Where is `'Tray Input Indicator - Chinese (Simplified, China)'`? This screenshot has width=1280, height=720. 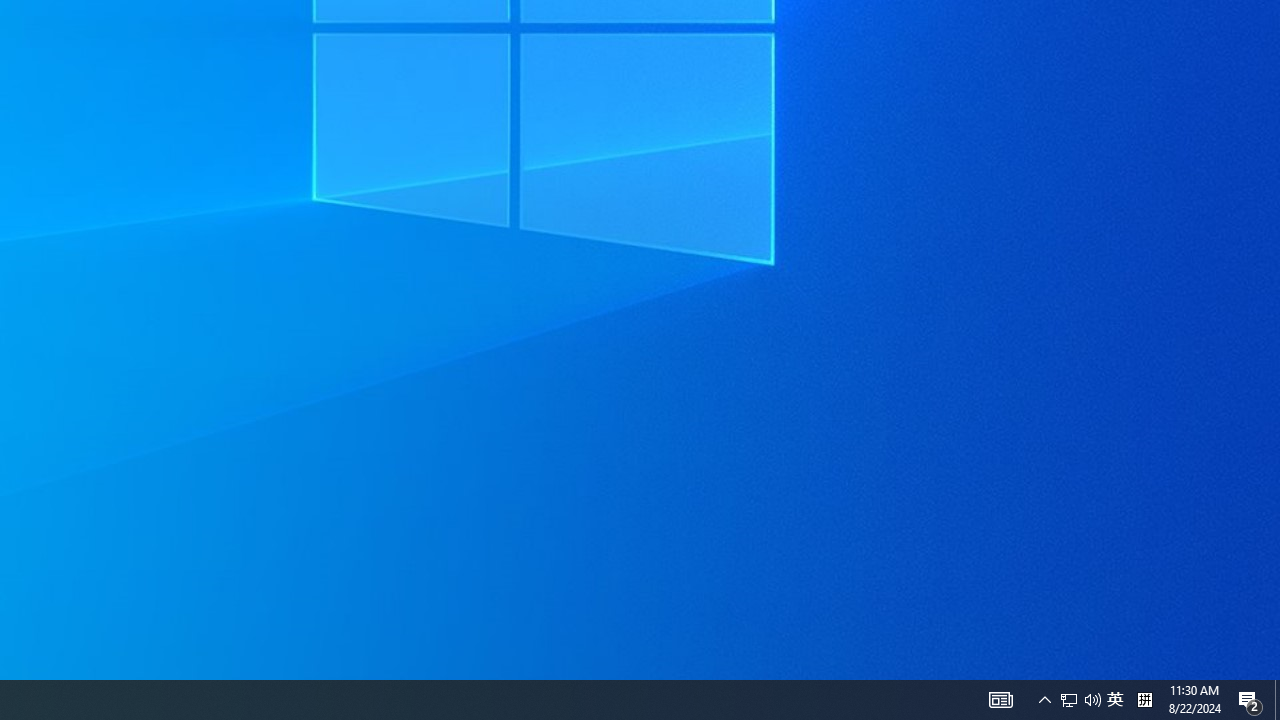 'Tray Input Indicator - Chinese (Simplified, China)' is located at coordinates (1144, 698).